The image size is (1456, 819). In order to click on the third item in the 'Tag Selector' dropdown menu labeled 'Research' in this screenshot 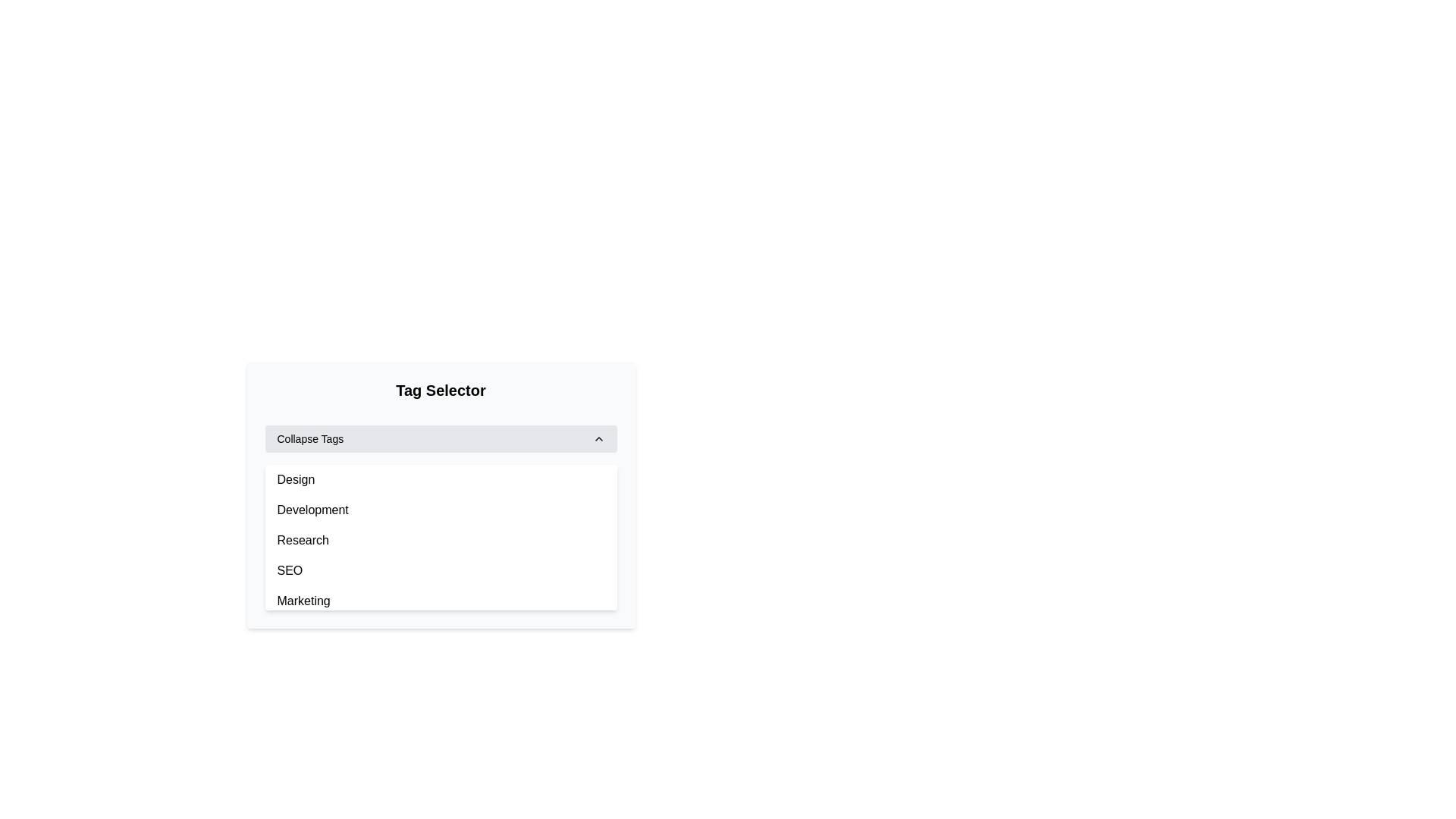, I will do `click(303, 540)`.